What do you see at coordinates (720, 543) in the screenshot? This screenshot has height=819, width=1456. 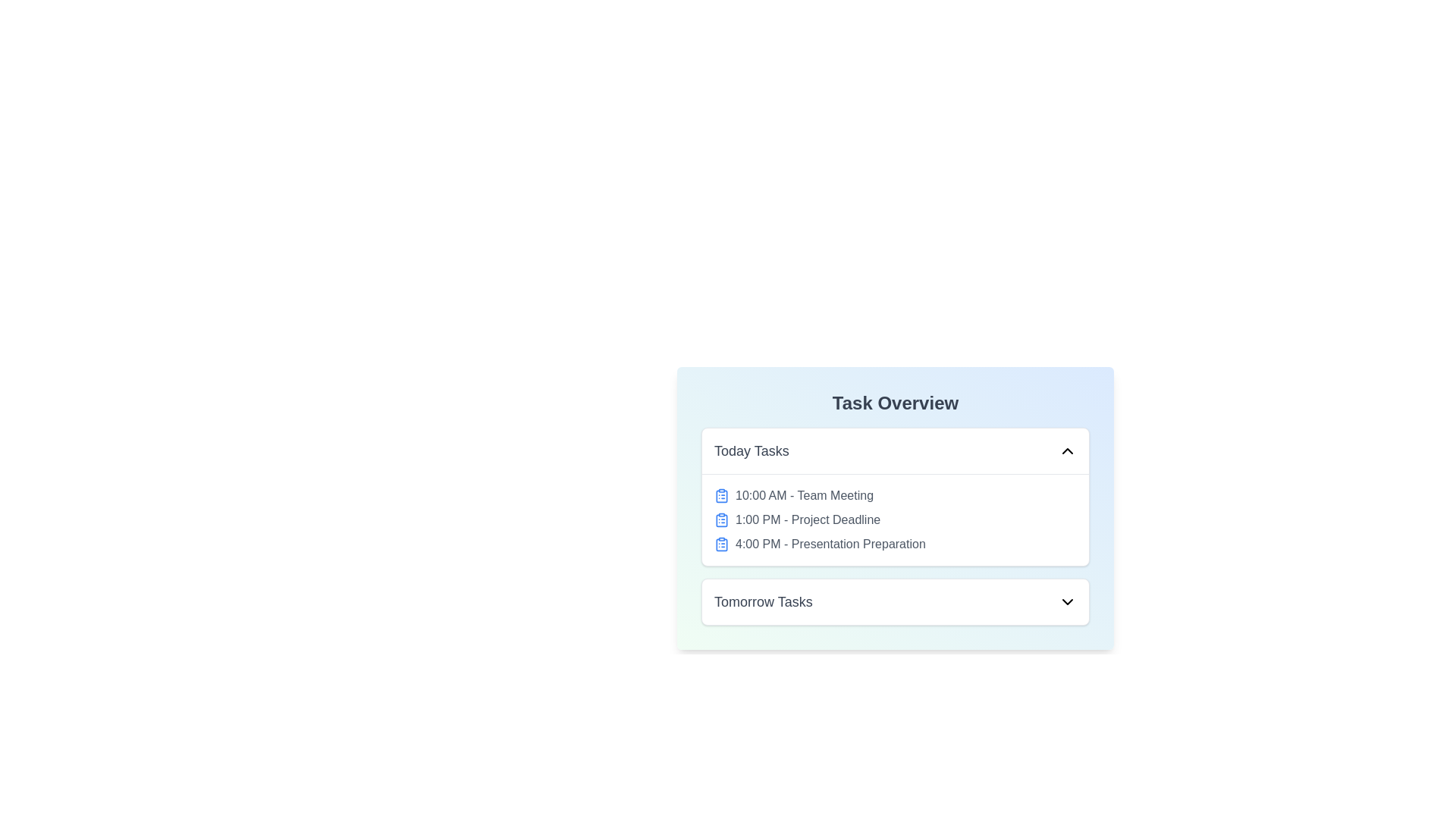 I see `the icon associated with the task '4:00 PM - Presentation Preparation'` at bounding box center [720, 543].